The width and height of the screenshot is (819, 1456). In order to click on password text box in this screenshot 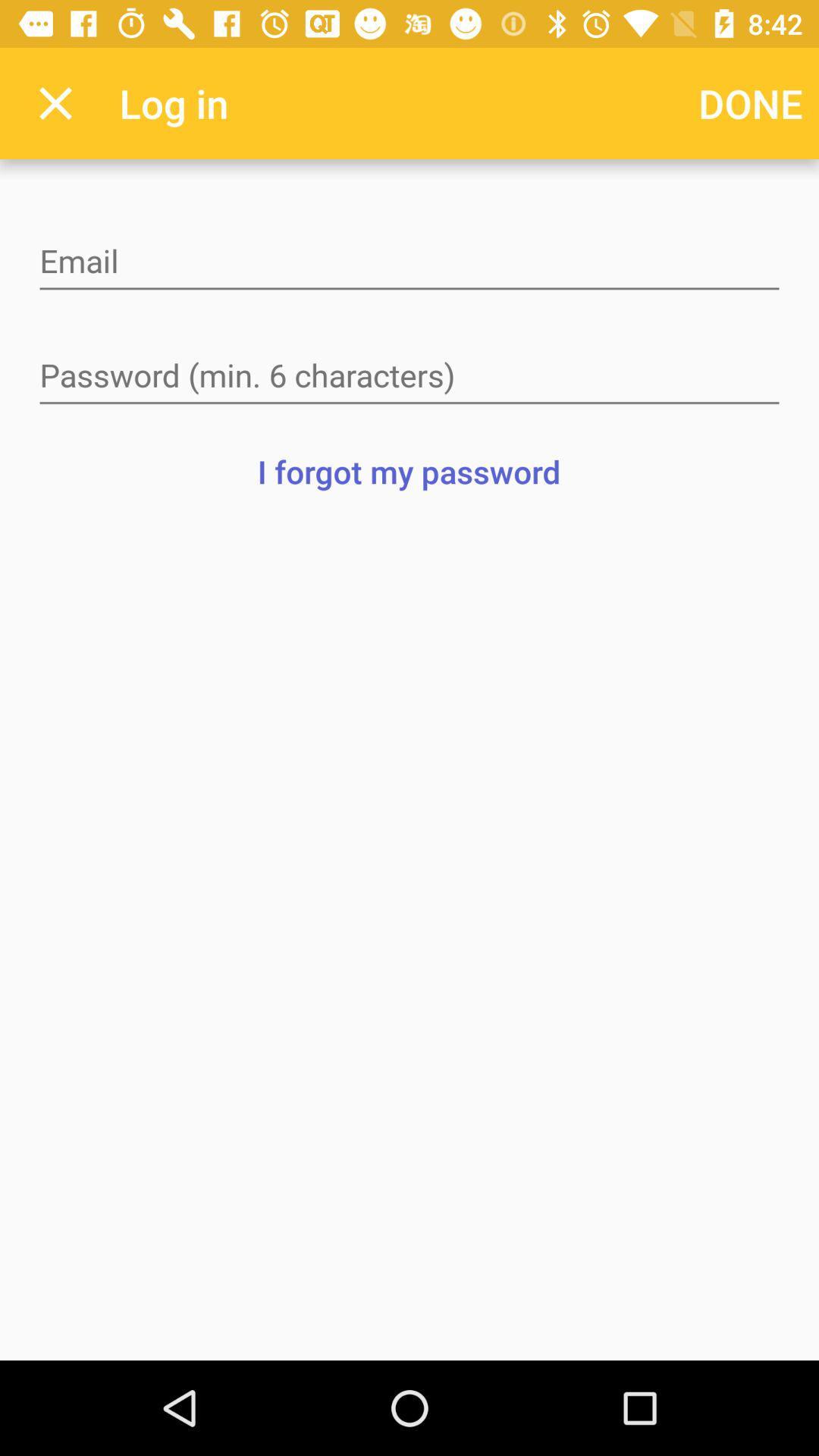, I will do `click(409, 377)`.